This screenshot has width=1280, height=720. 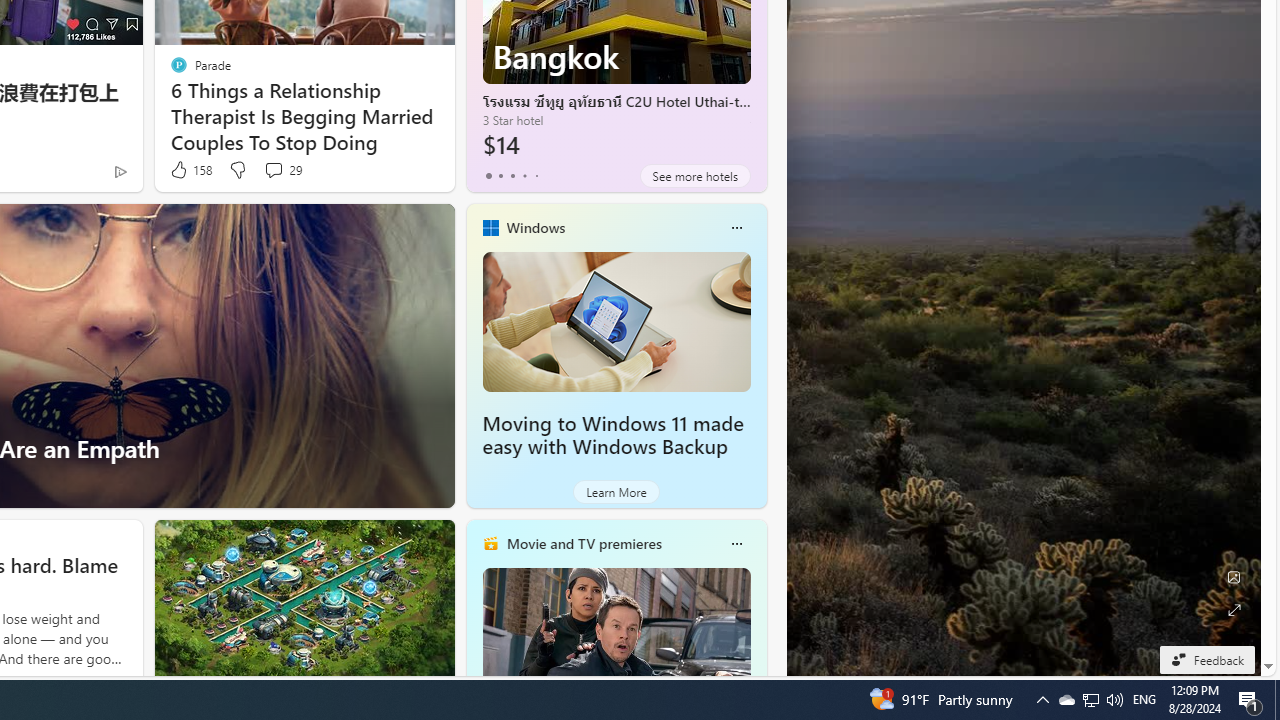 I want to click on 'View comments 29 Comment', so click(x=281, y=169).